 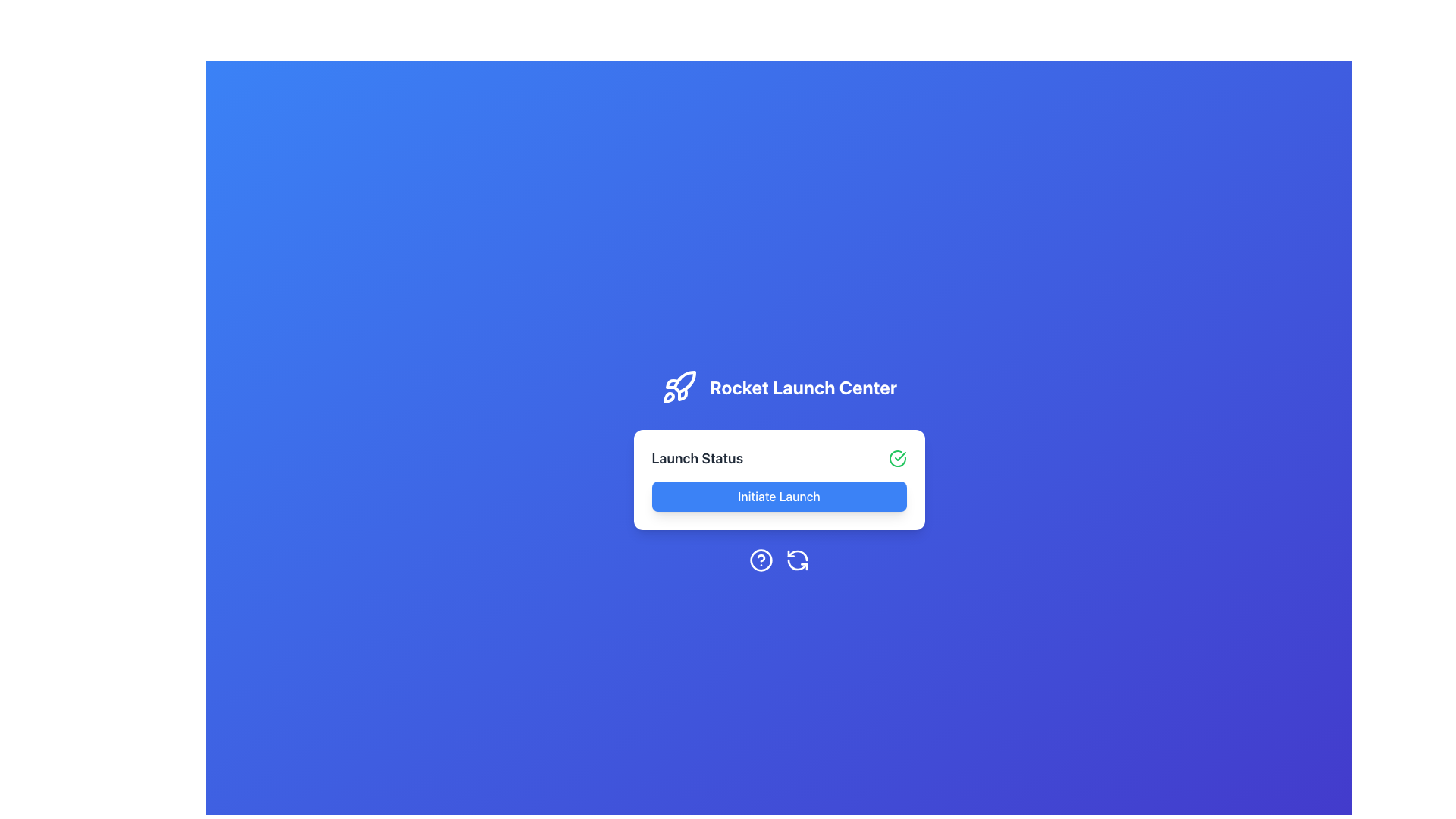 What do you see at coordinates (779, 458) in the screenshot?
I see `the Status Indicator displaying 'Launch Status' with a green circular checkmark, located centrally above the 'Initiate Launch' button` at bounding box center [779, 458].